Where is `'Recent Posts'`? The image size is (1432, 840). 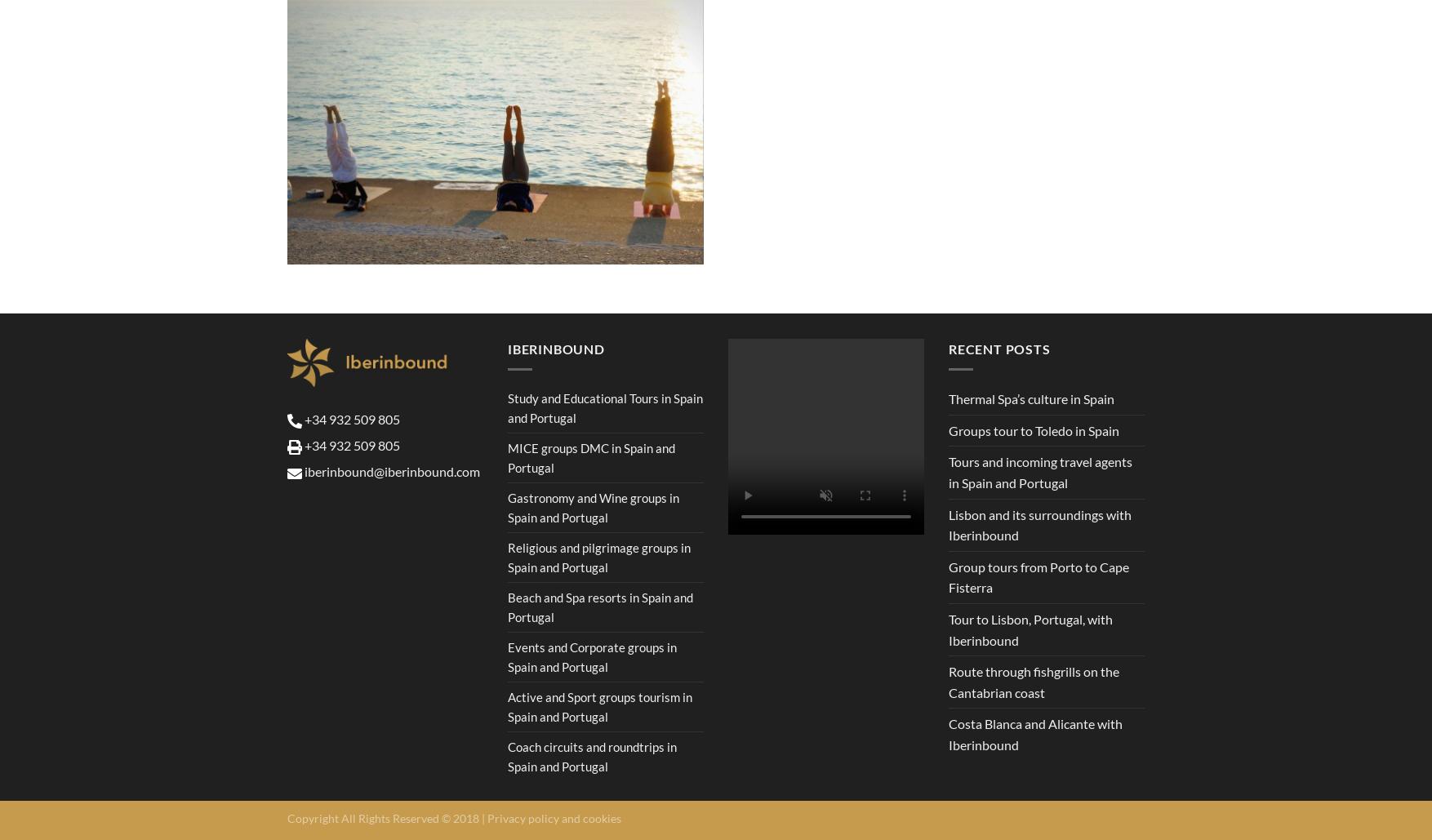
'Recent Posts' is located at coordinates (998, 348).